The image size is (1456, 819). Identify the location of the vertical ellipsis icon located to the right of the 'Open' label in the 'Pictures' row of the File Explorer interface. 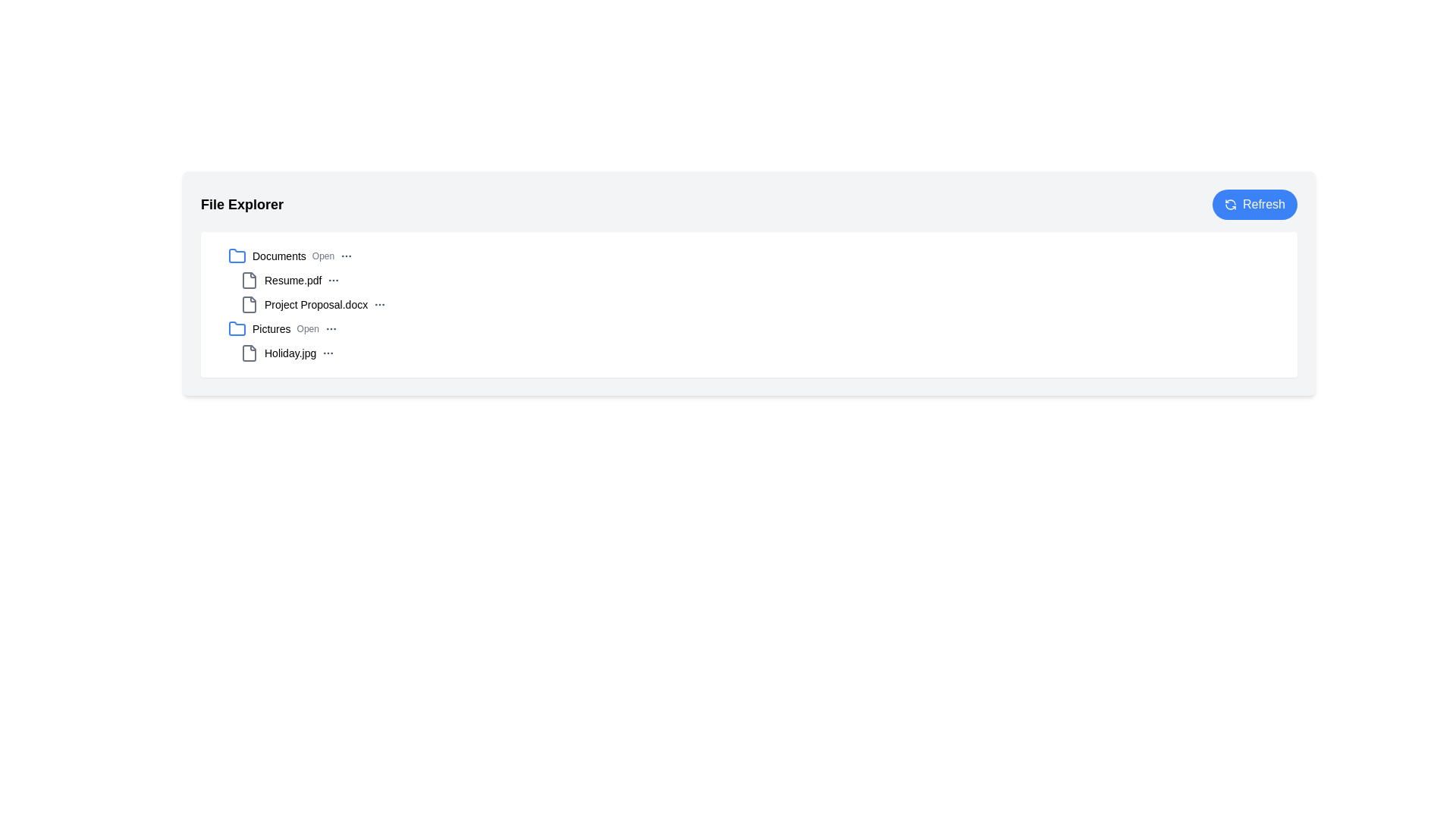
(330, 328).